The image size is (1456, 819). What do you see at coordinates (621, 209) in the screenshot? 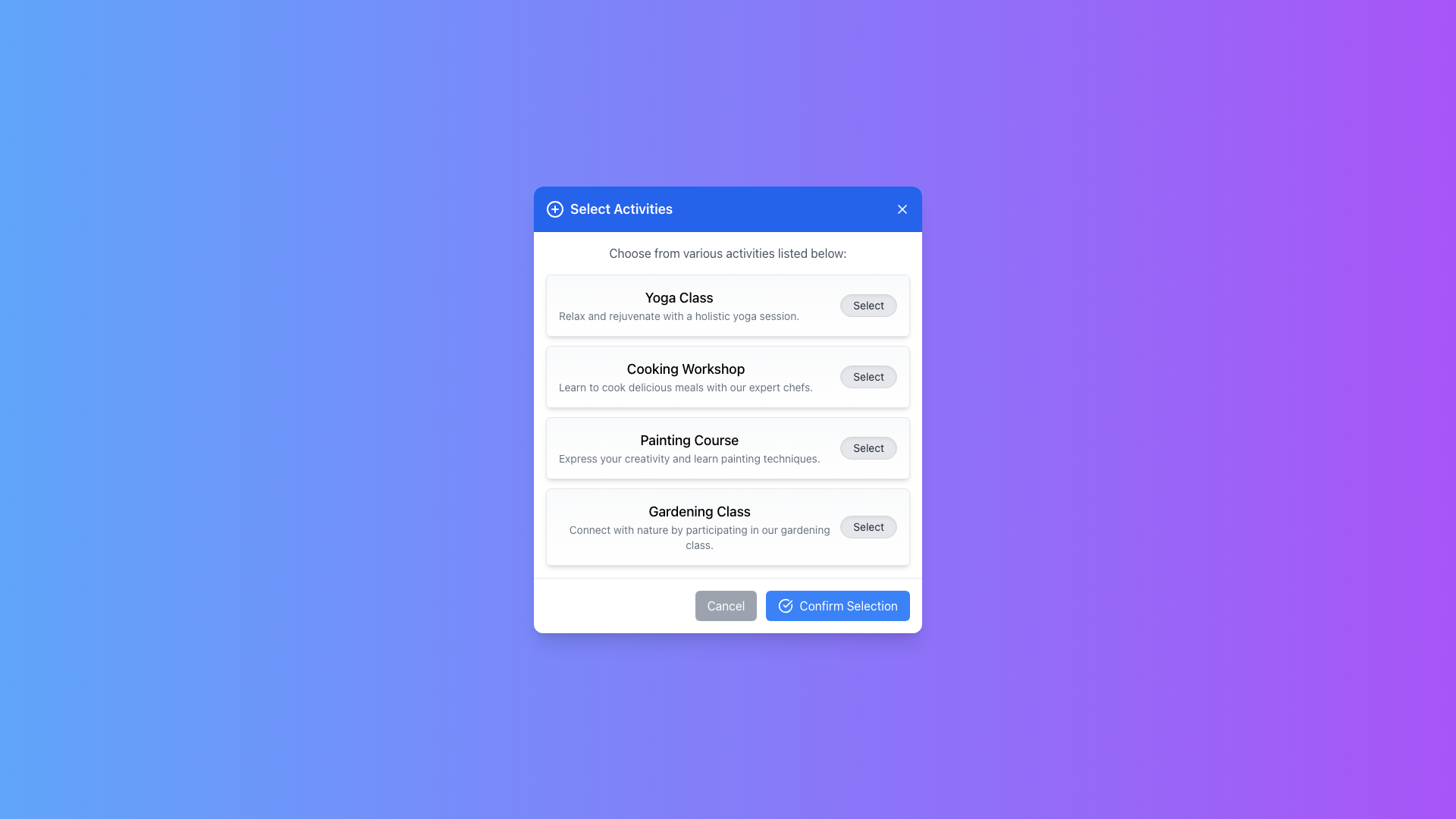
I see `the Static Text Label that serves as a heading for the modal dialog, which is located near the top center, adjacent to a circular plus icon and a close button` at bounding box center [621, 209].